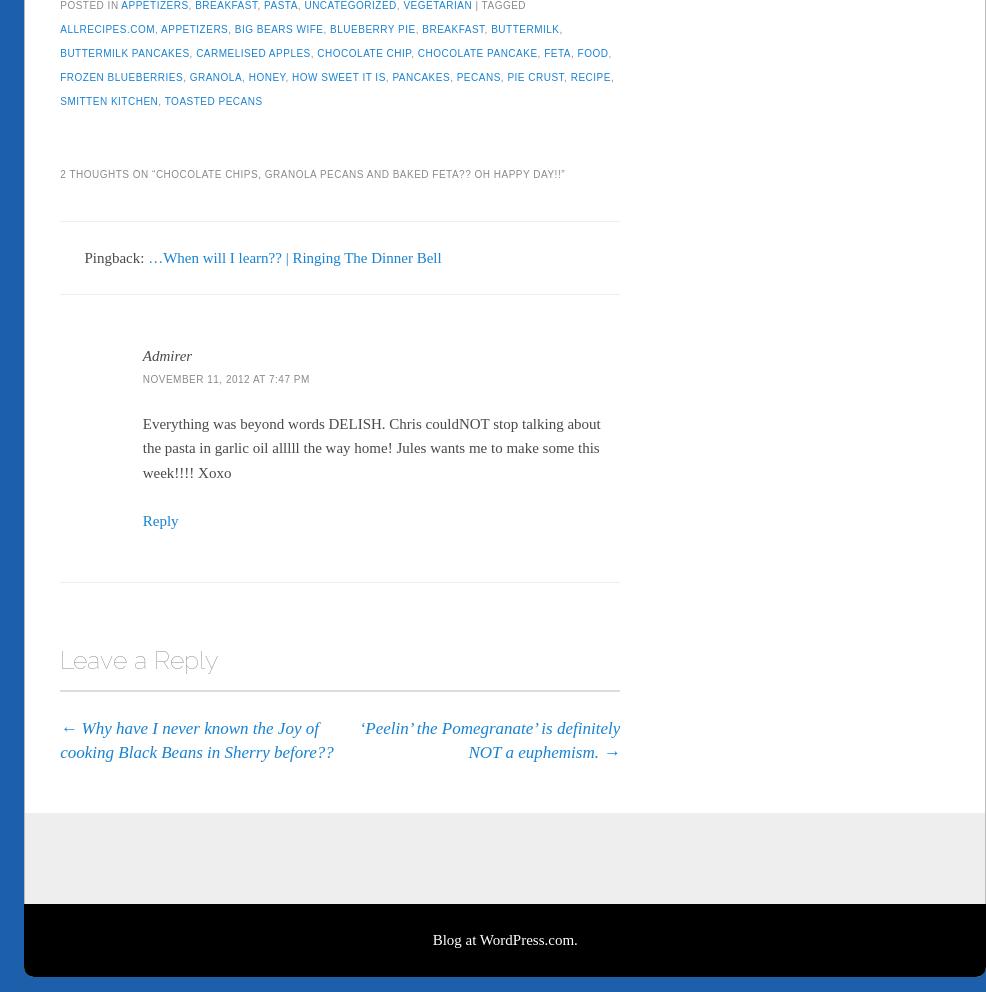 The height and width of the screenshot is (992, 986). What do you see at coordinates (478, 72) in the screenshot?
I see `'pecans'` at bounding box center [478, 72].